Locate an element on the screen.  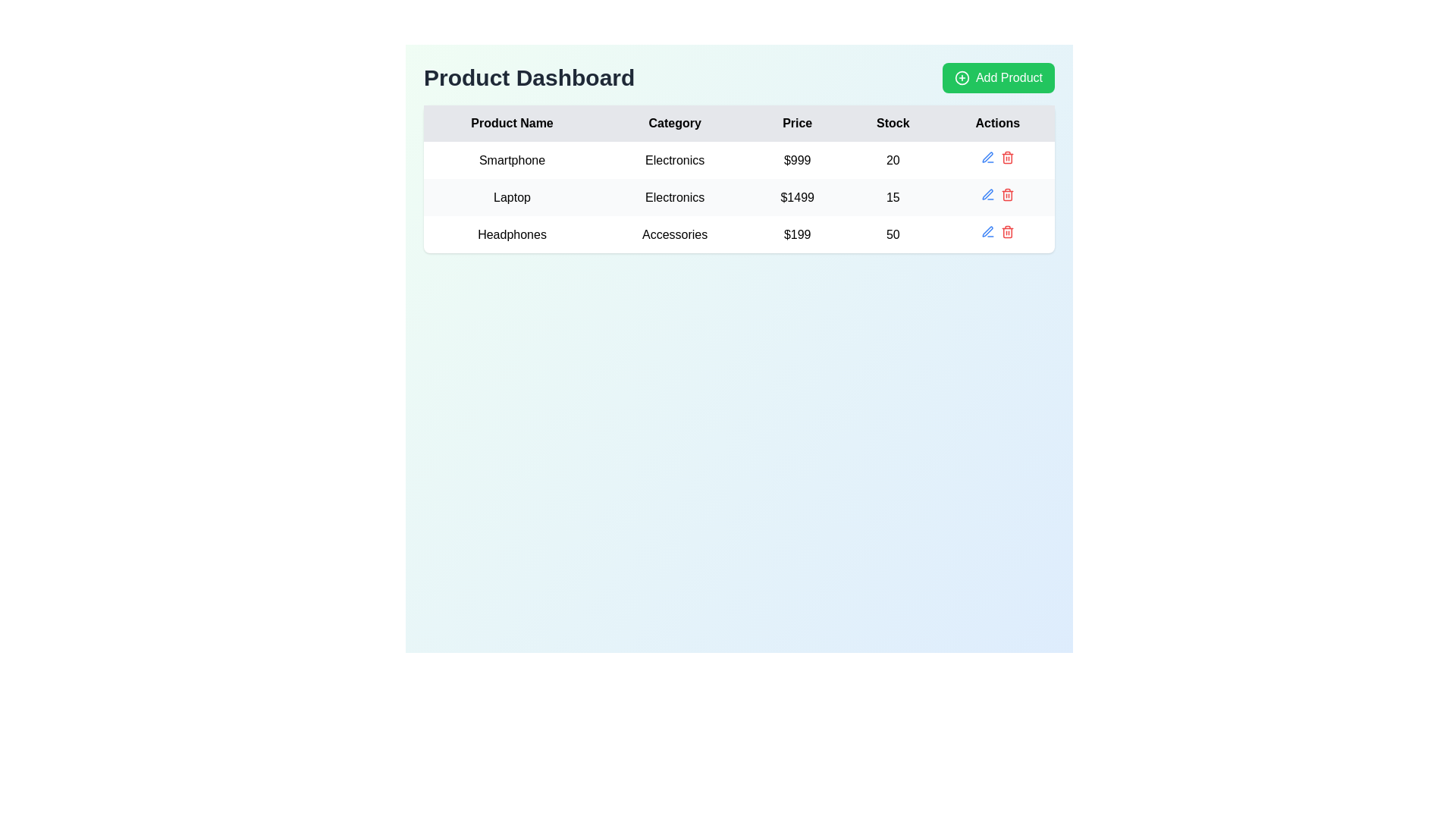
the first row of the product dashboard table that displays 'Smartphone' in the 'Product Name' column is located at coordinates (739, 160).